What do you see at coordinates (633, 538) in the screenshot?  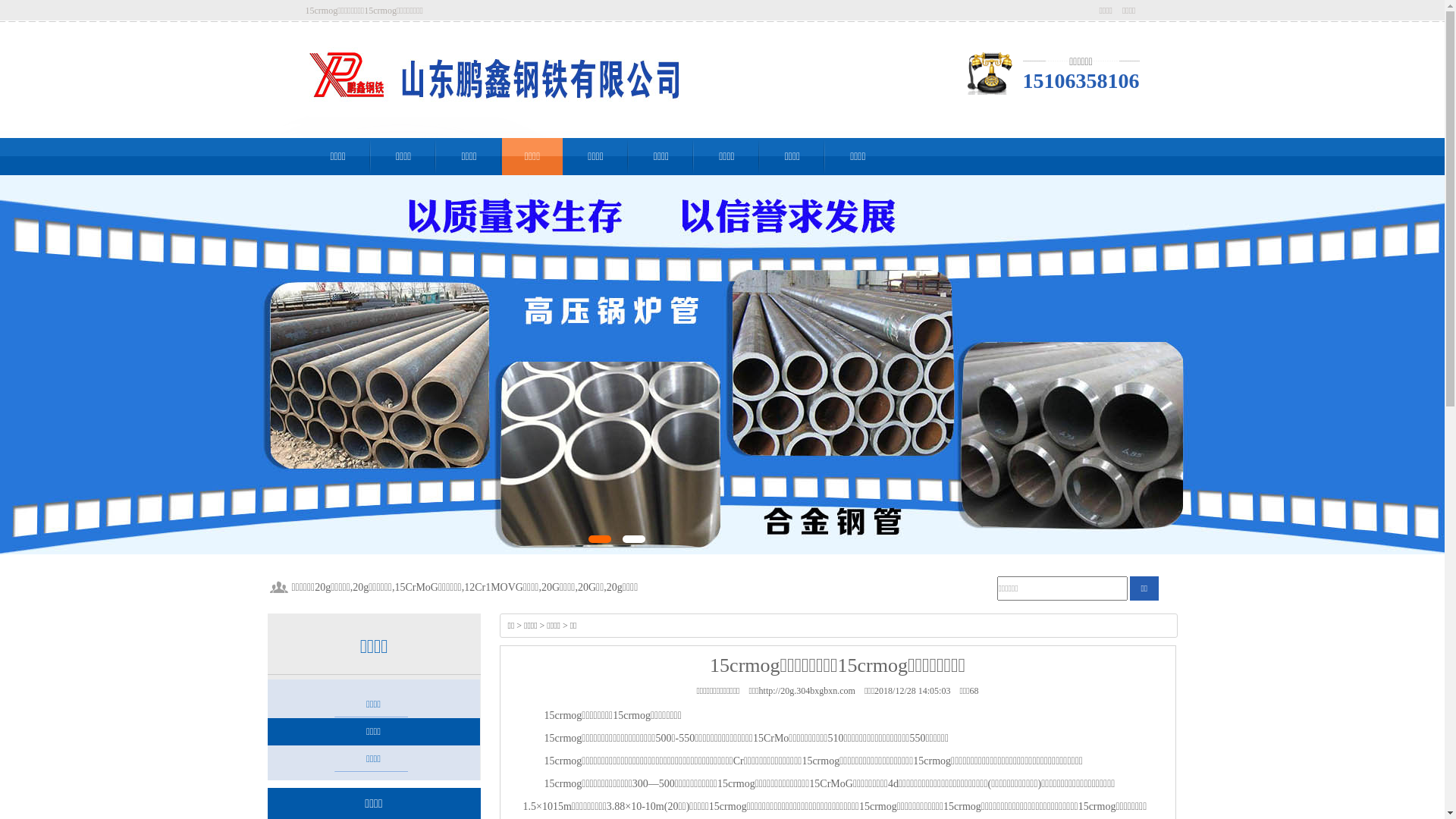 I see `'2'` at bounding box center [633, 538].